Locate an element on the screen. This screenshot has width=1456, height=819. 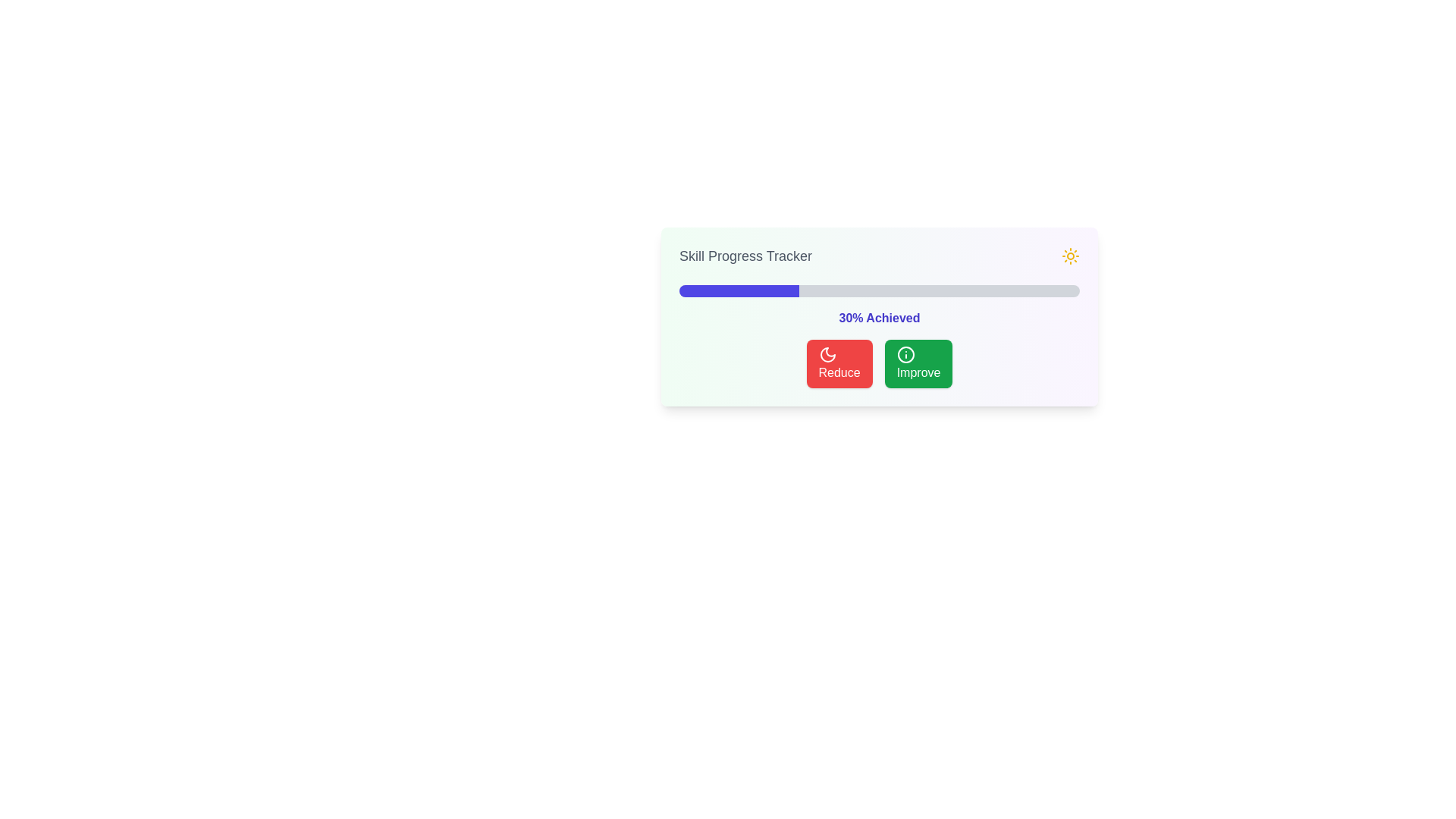
the green button labeled 'Improve' with a white info icon is located at coordinates (918, 363).